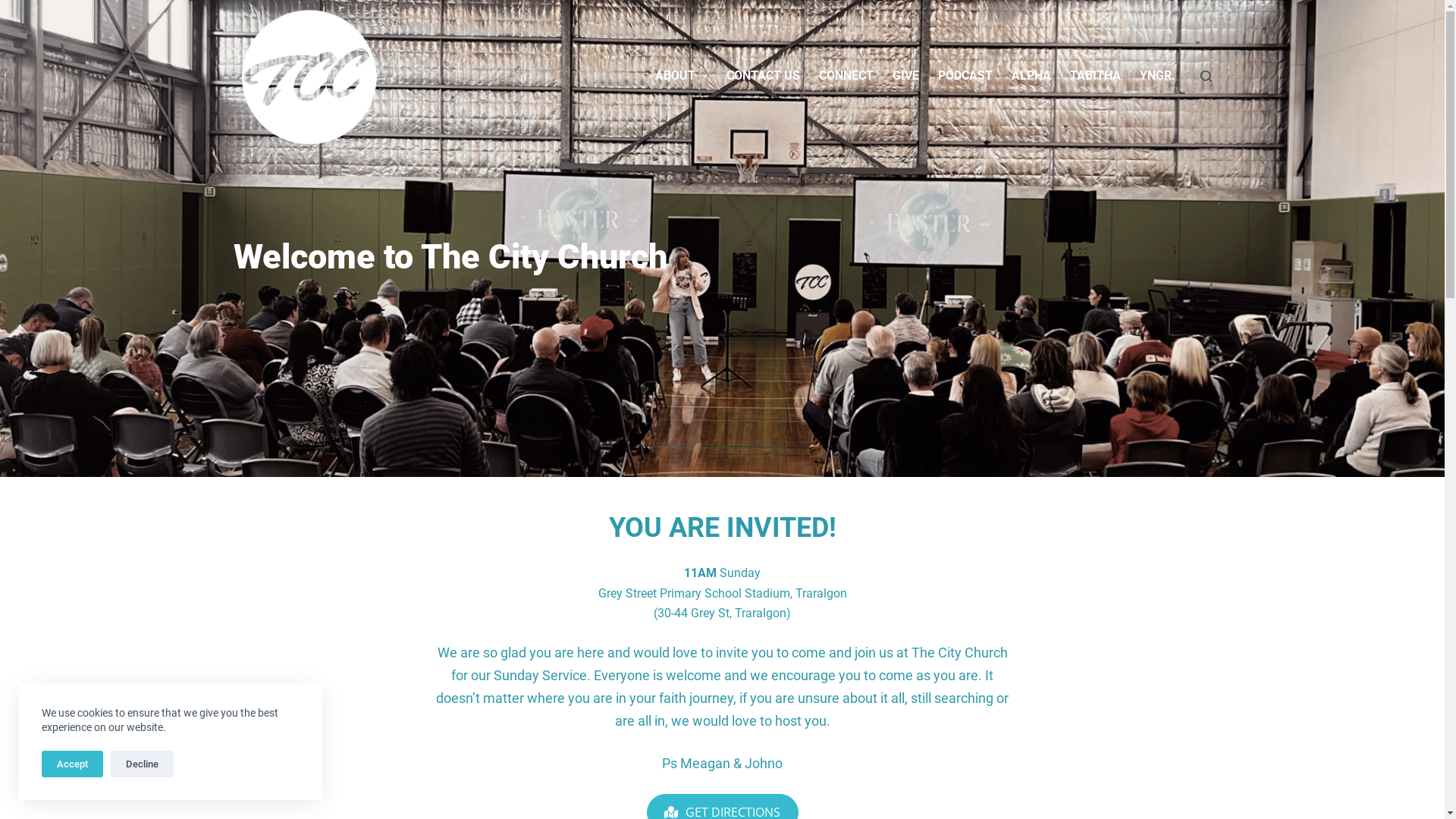  What do you see at coordinates (1095, 76) in the screenshot?
I see `'TABITHA'` at bounding box center [1095, 76].